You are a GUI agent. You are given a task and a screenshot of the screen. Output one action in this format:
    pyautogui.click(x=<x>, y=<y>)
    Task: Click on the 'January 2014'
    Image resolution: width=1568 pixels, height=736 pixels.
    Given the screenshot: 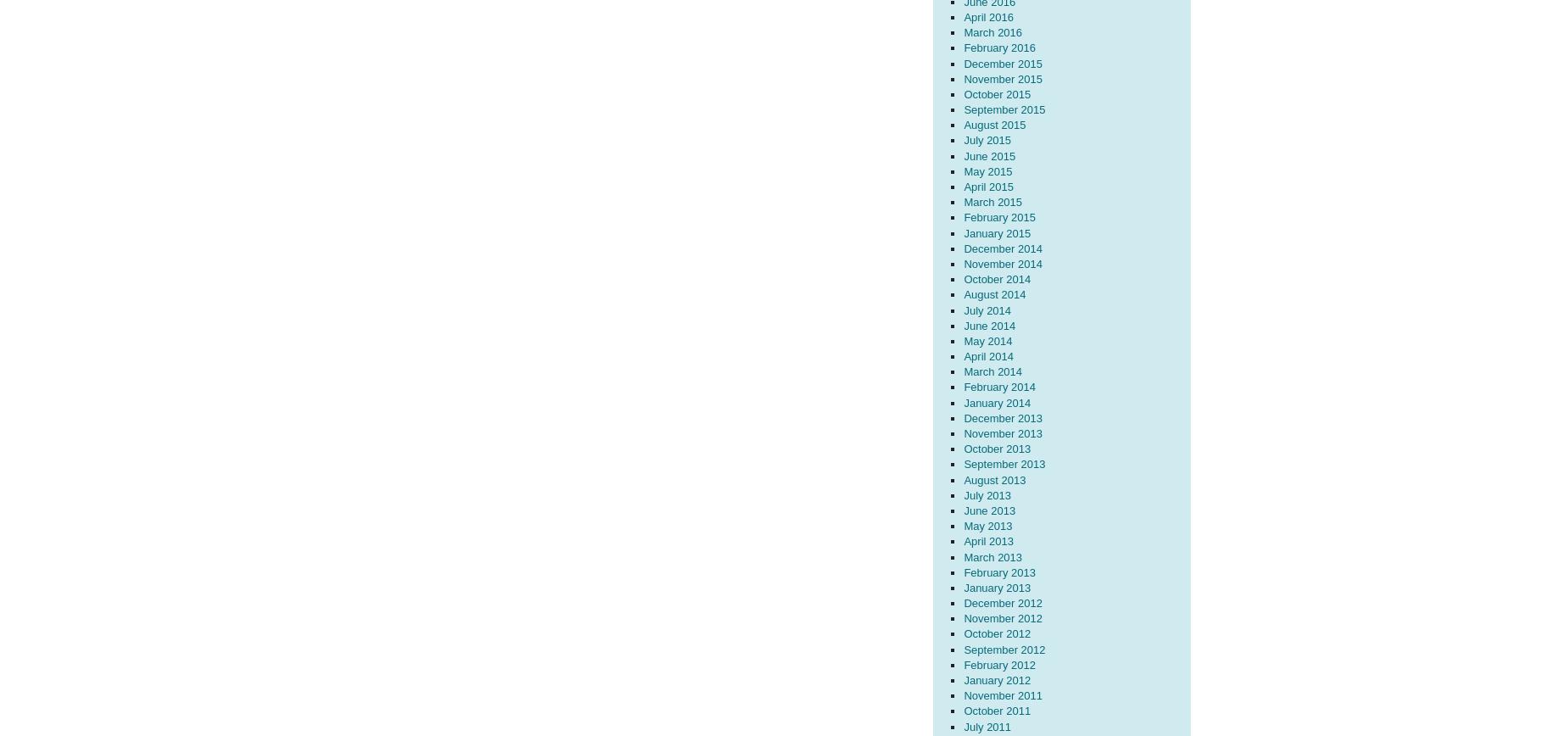 What is the action you would take?
    pyautogui.click(x=996, y=402)
    